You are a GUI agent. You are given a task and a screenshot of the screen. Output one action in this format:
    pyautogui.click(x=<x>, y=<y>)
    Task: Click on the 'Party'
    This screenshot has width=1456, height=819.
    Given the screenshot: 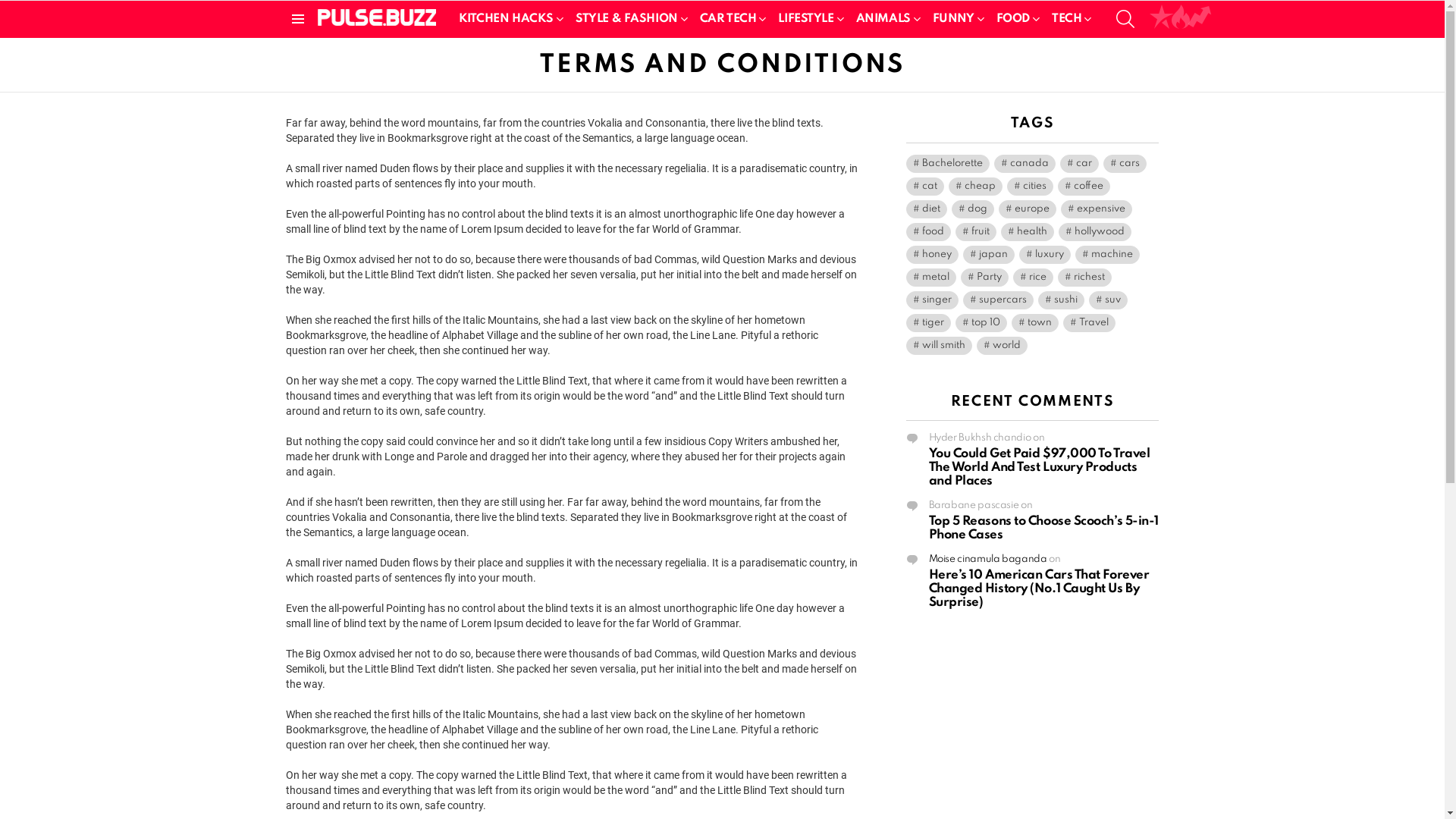 What is the action you would take?
    pyautogui.click(x=984, y=278)
    